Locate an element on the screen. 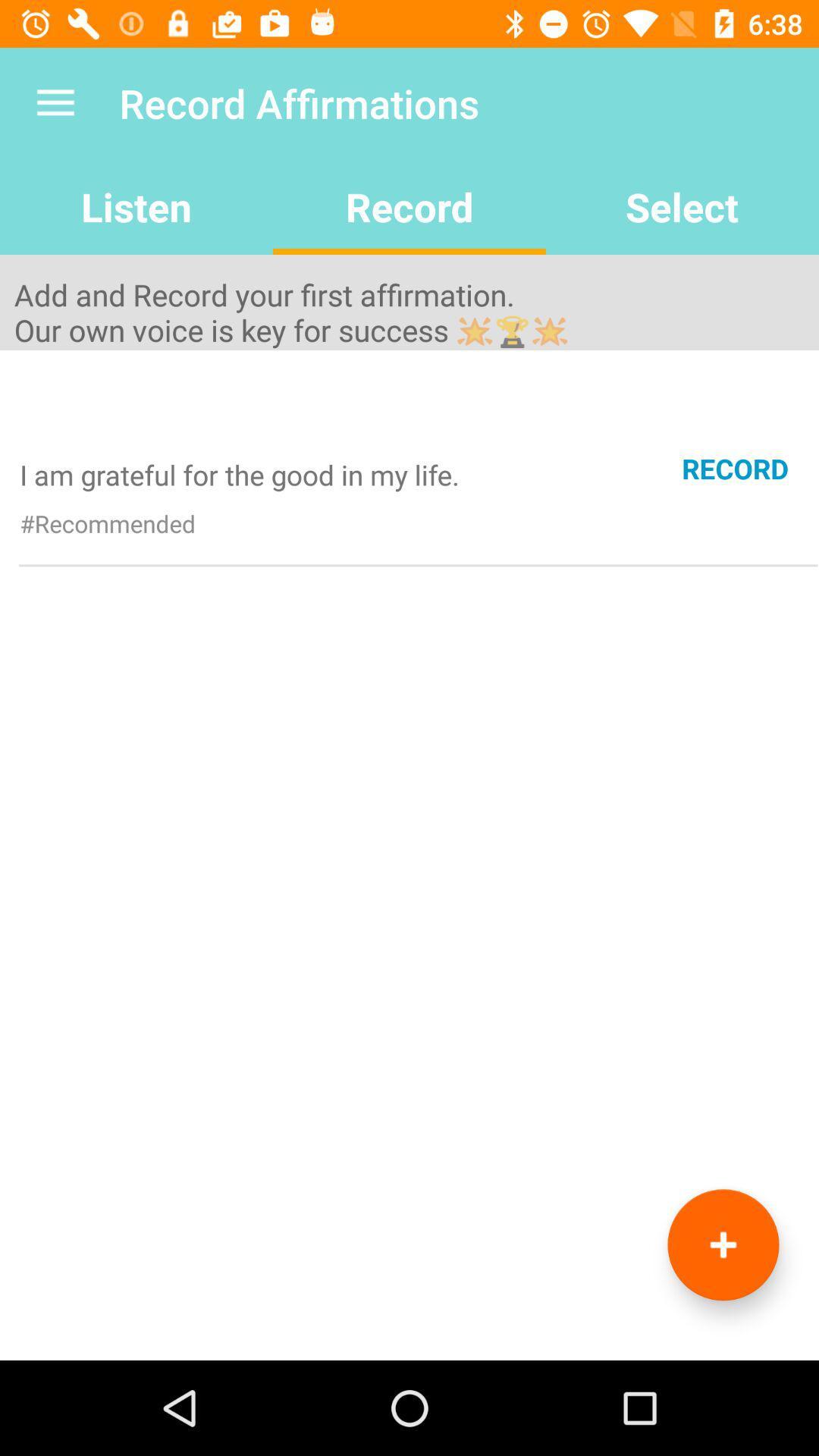 The width and height of the screenshot is (819, 1456). the item above the listen item is located at coordinates (55, 102).